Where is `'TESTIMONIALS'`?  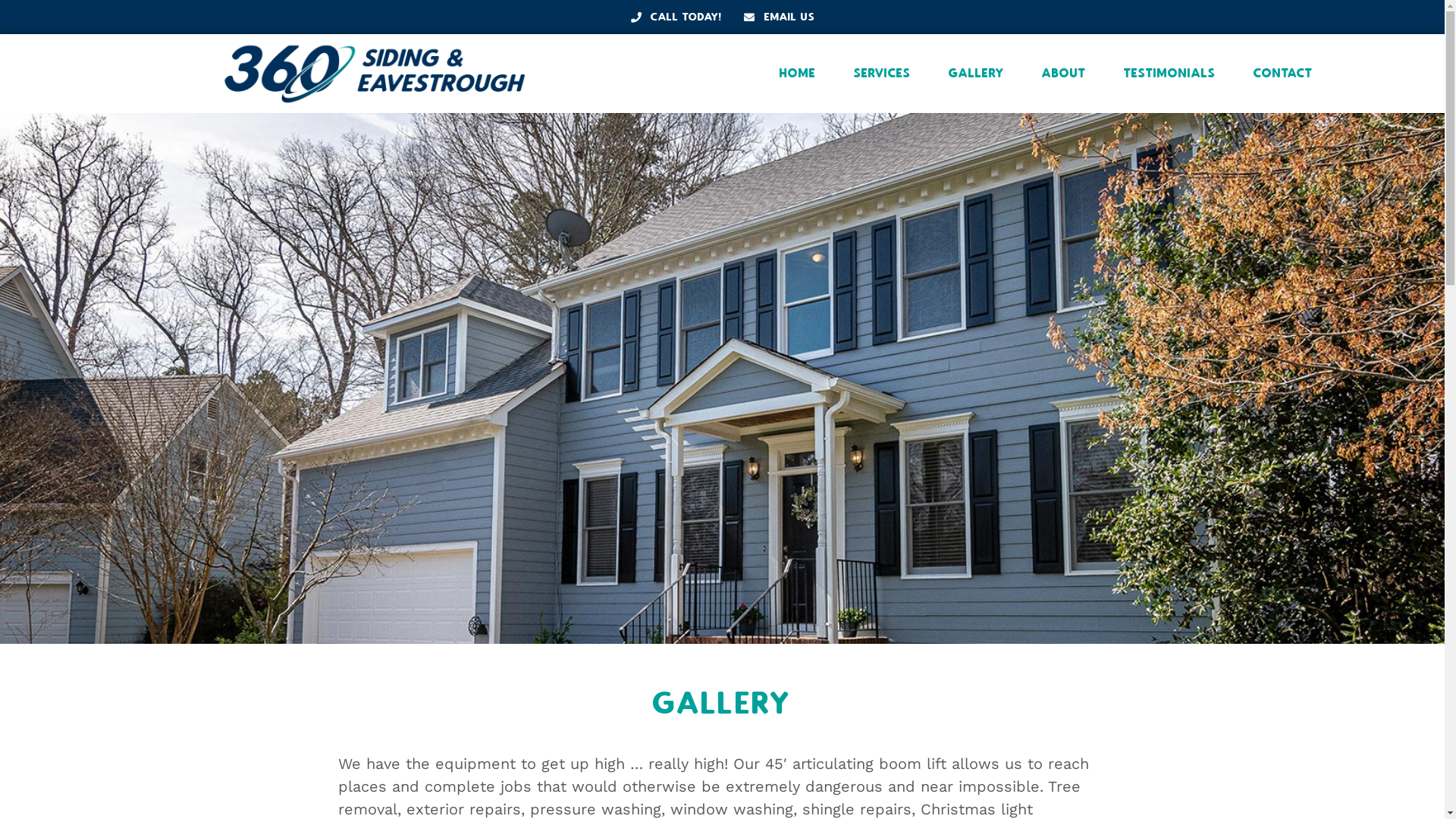
'TESTIMONIALS' is located at coordinates (1169, 73).